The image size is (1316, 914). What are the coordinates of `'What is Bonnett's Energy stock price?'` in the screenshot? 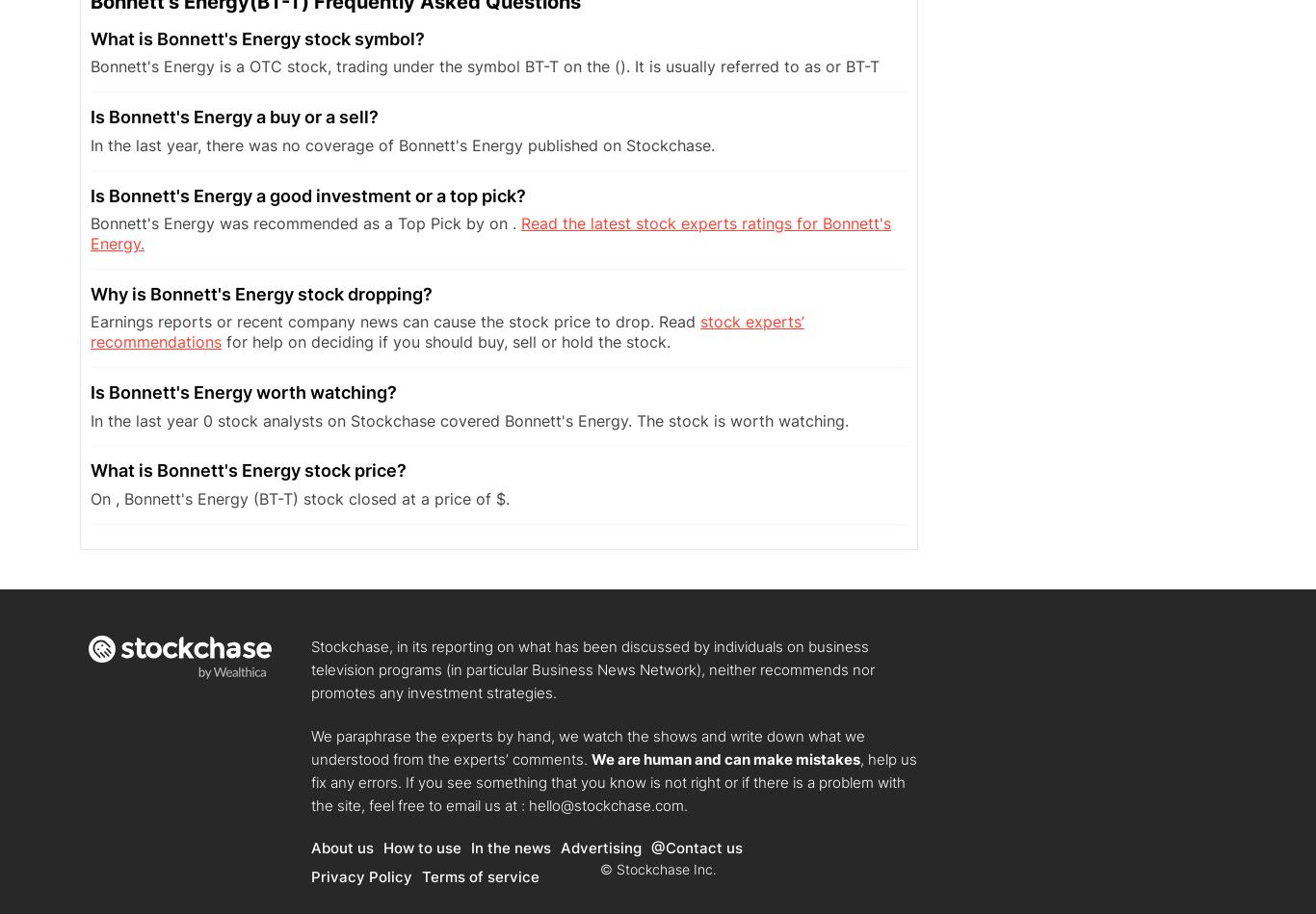 It's located at (249, 469).